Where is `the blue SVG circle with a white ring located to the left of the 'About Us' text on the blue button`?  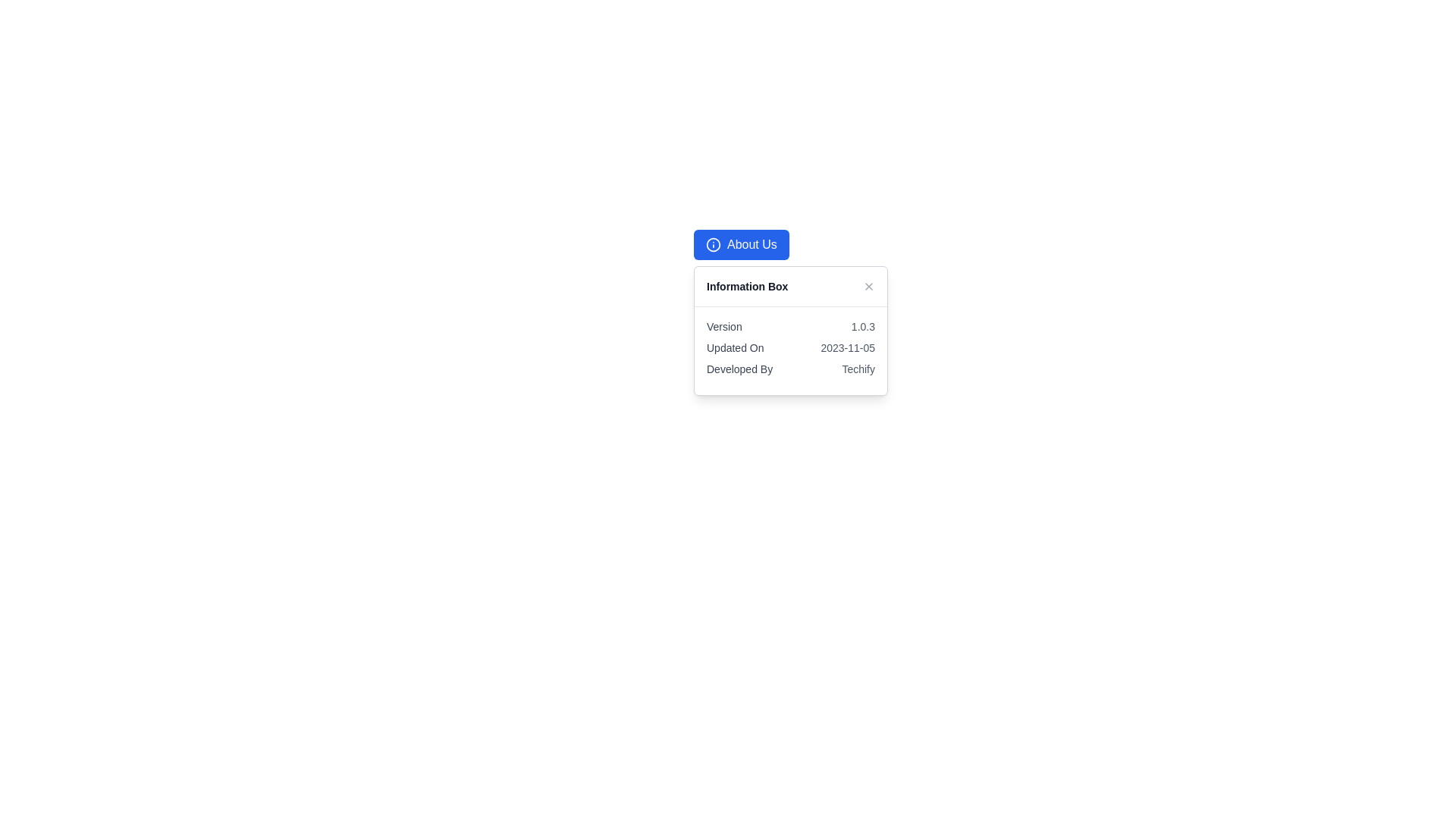
the blue SVG circle with a white ring located to the left of the 'About Us' text on the blue button is located at coordinates (712, 244).